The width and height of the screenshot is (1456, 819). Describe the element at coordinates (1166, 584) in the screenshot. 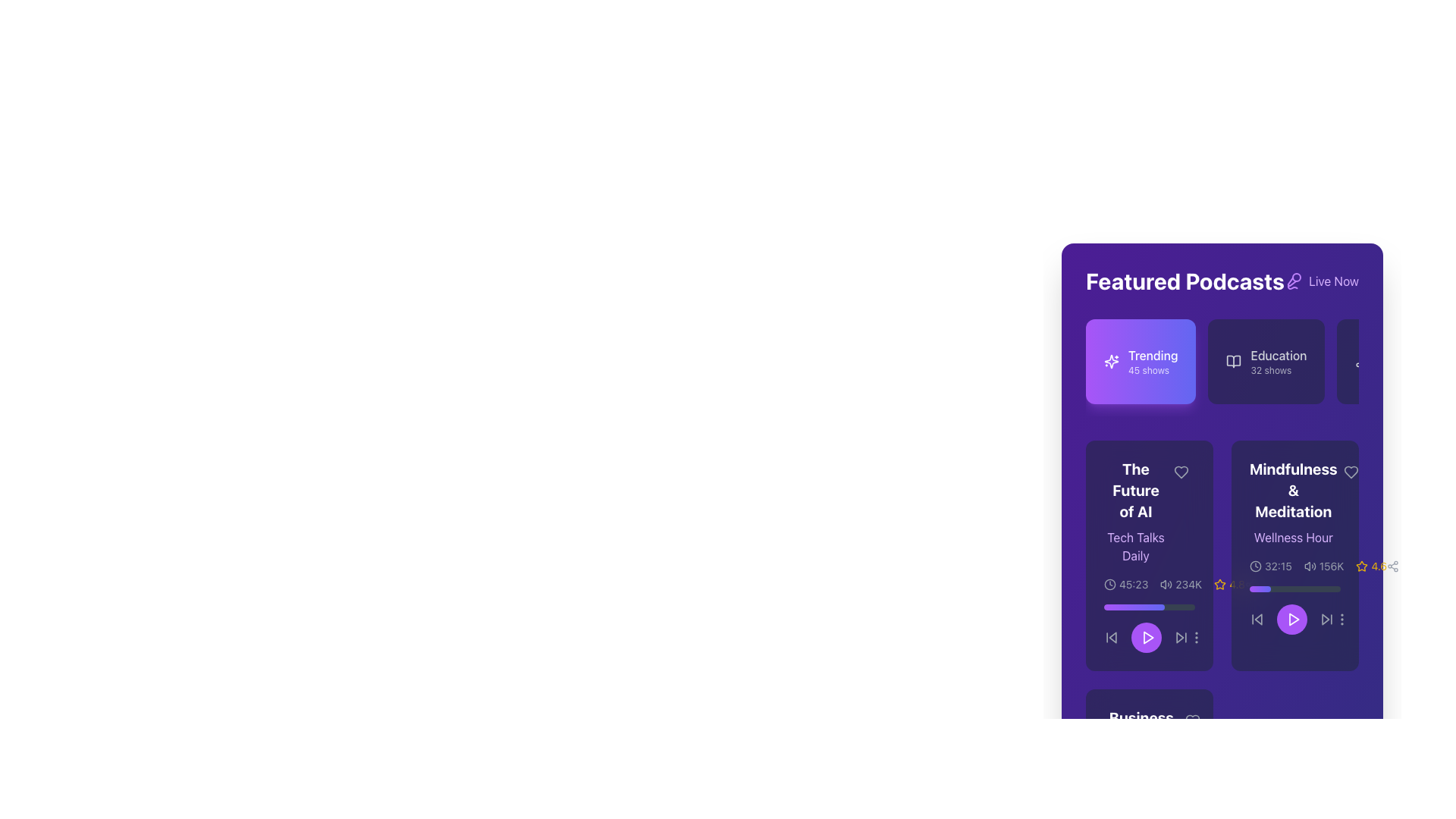

I see `the audio-related icon located to the left of the text '234K' under the title 'The Future of AI'` at that location.